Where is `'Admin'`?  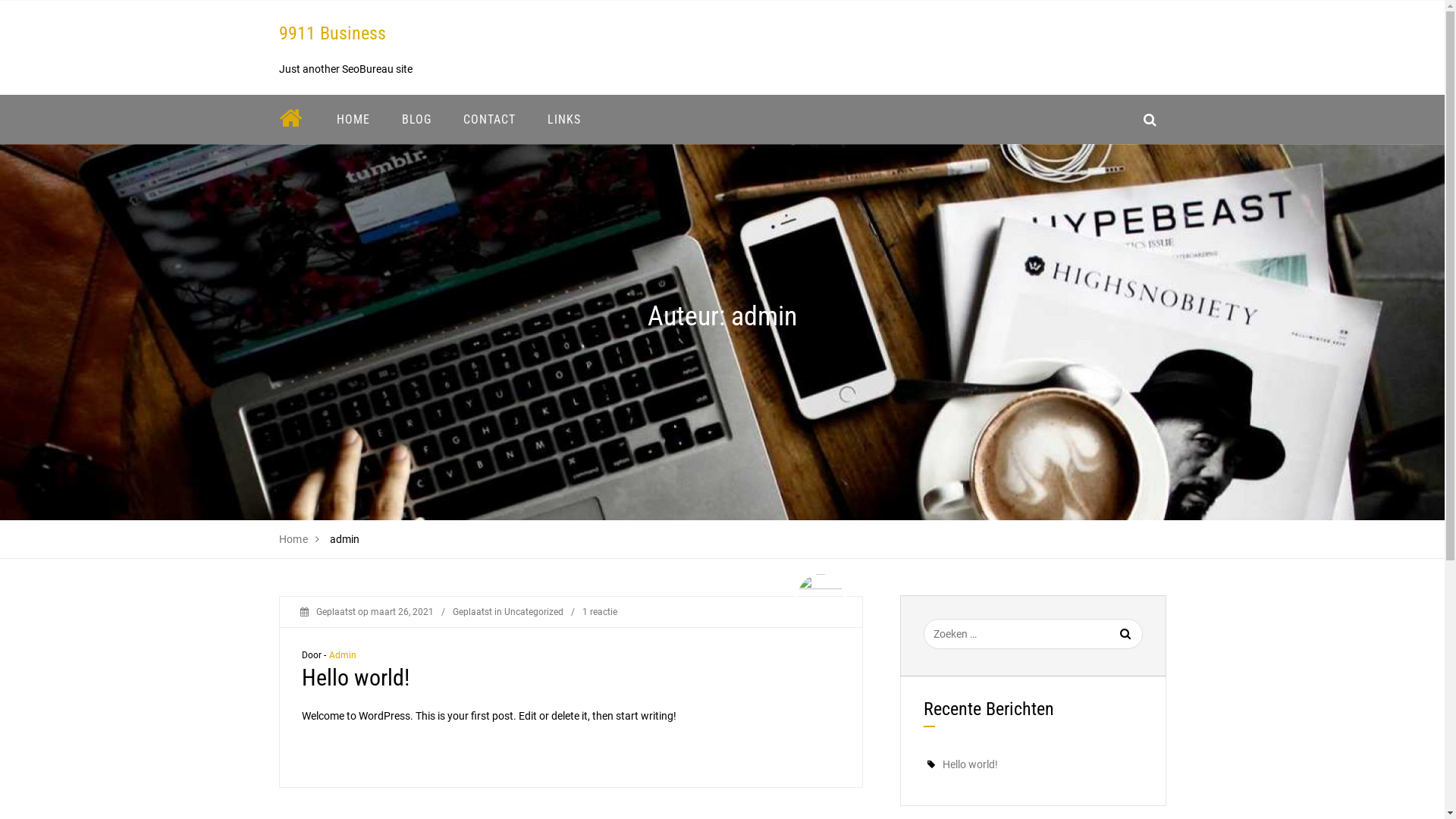
'Admin' is located at coordinates (342, 654).